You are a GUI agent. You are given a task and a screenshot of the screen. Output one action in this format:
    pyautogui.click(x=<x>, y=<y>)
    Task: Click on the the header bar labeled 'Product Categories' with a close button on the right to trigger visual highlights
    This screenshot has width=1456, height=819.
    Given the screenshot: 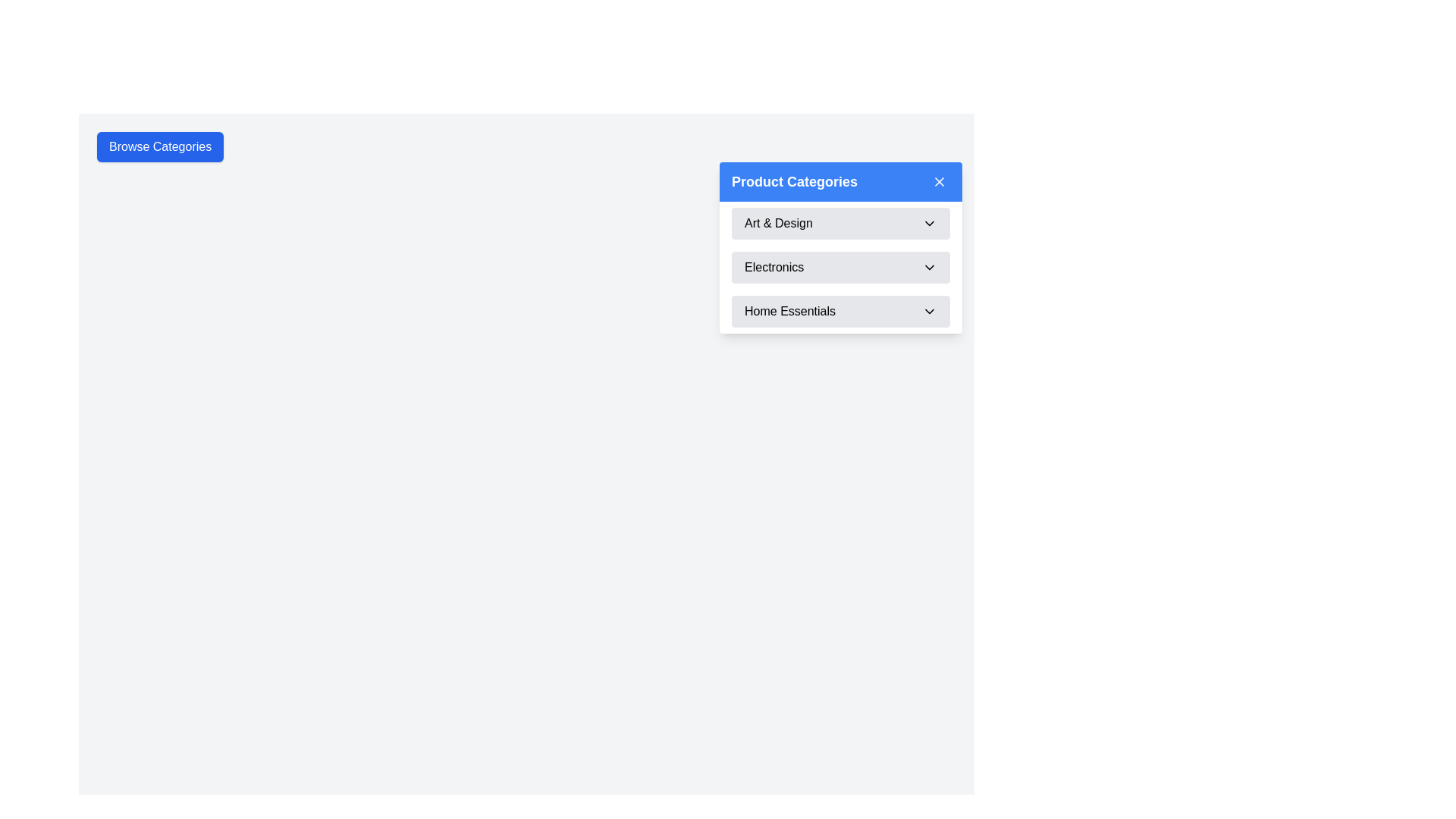 What is the action you would take?
    pyautogui.click(x=839, y=180)
    